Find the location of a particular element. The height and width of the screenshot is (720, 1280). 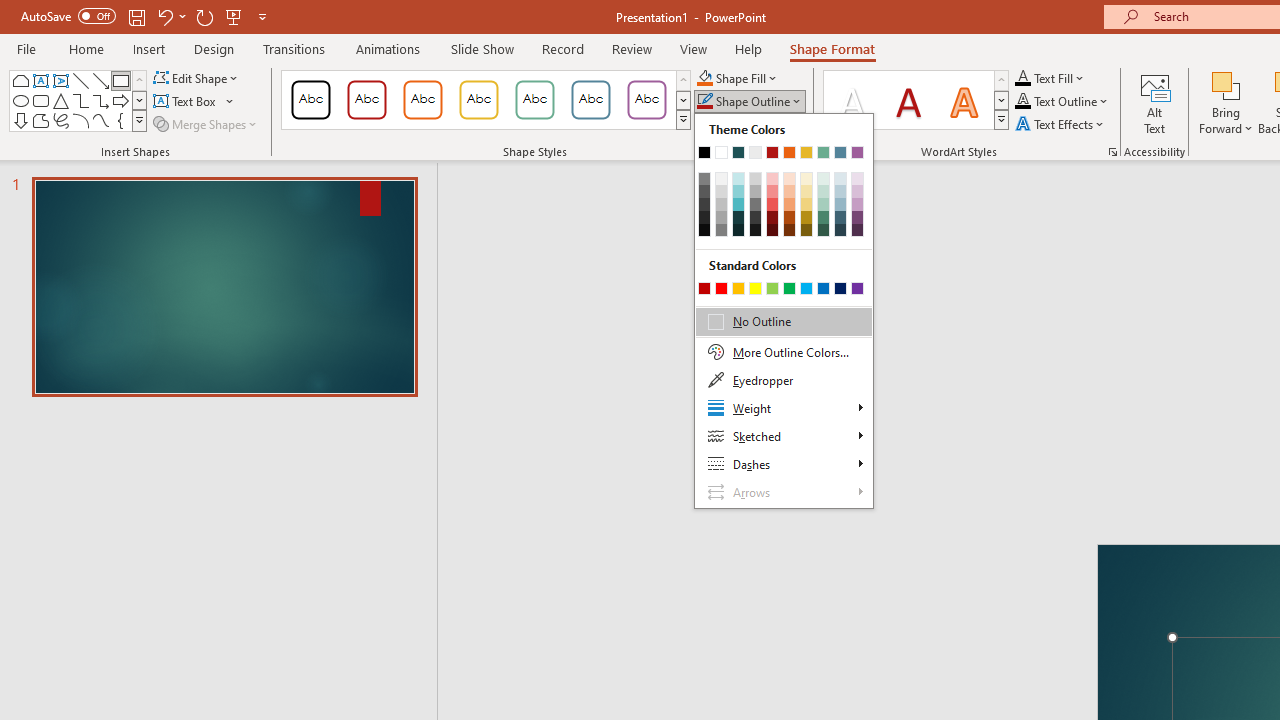

'Draw Horizontal Text Box' is located at coordinates (186, 101).